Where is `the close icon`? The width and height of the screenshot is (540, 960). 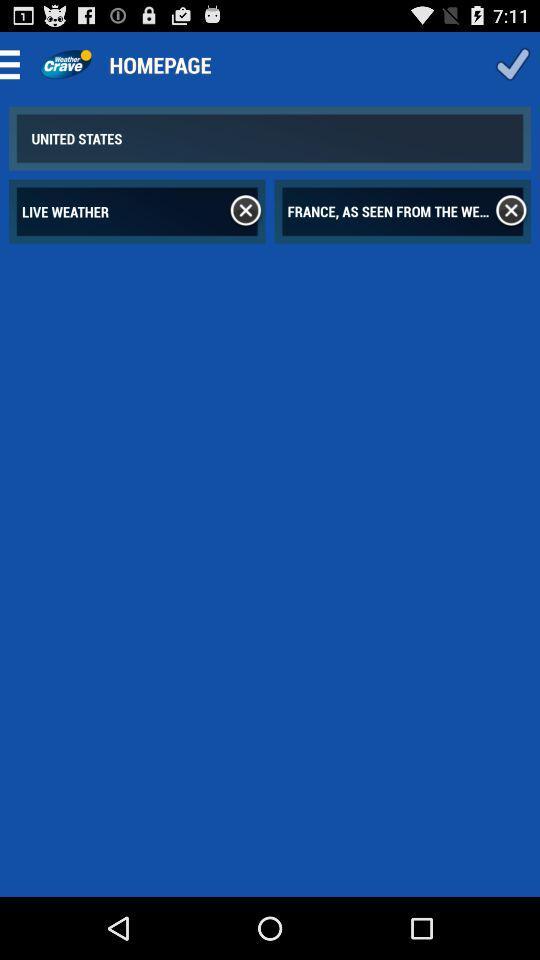
the close icon is located at coordinates (245, 226).